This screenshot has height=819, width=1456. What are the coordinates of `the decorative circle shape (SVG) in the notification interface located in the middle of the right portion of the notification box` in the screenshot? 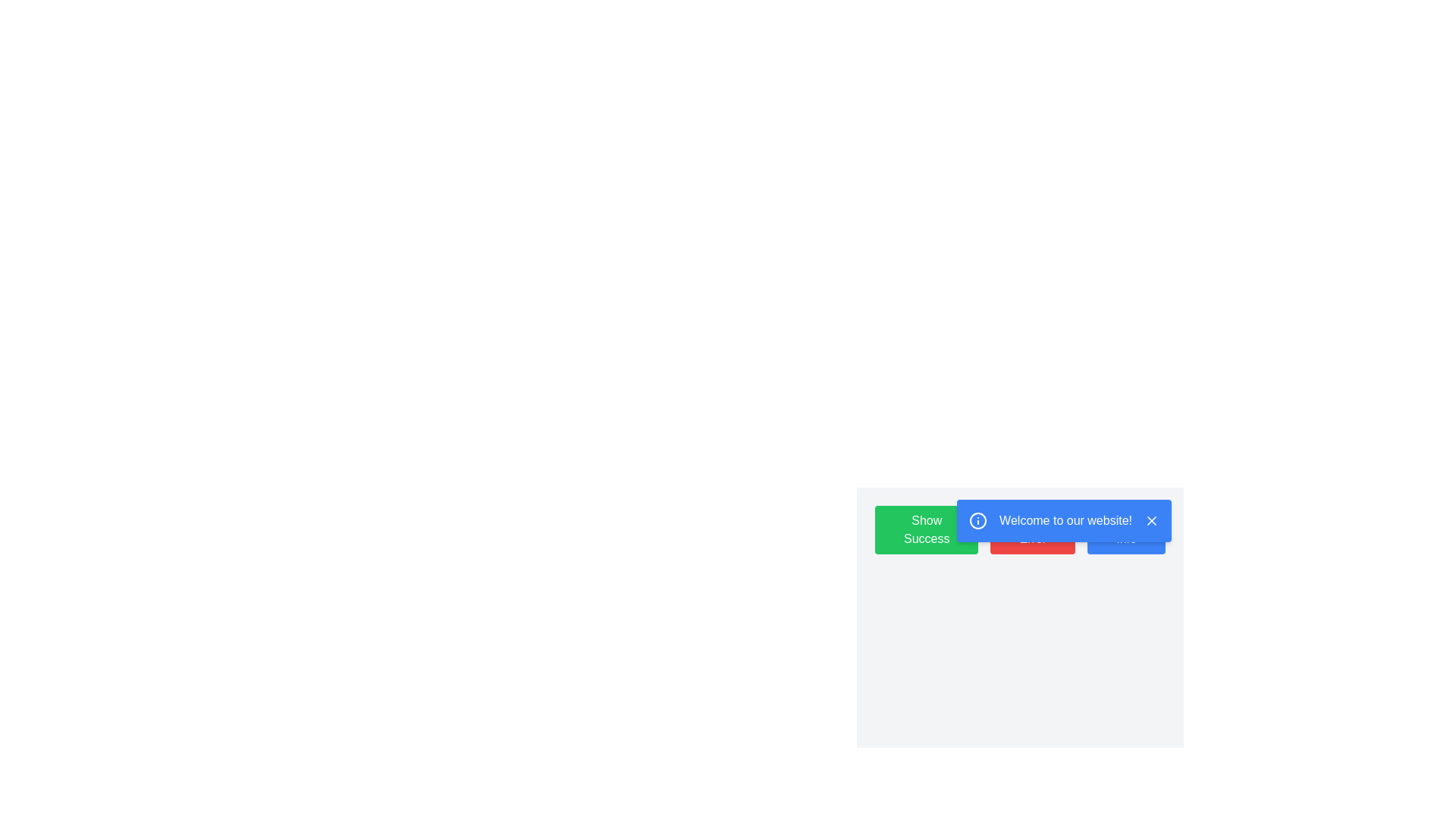 It's located at (978, 519).